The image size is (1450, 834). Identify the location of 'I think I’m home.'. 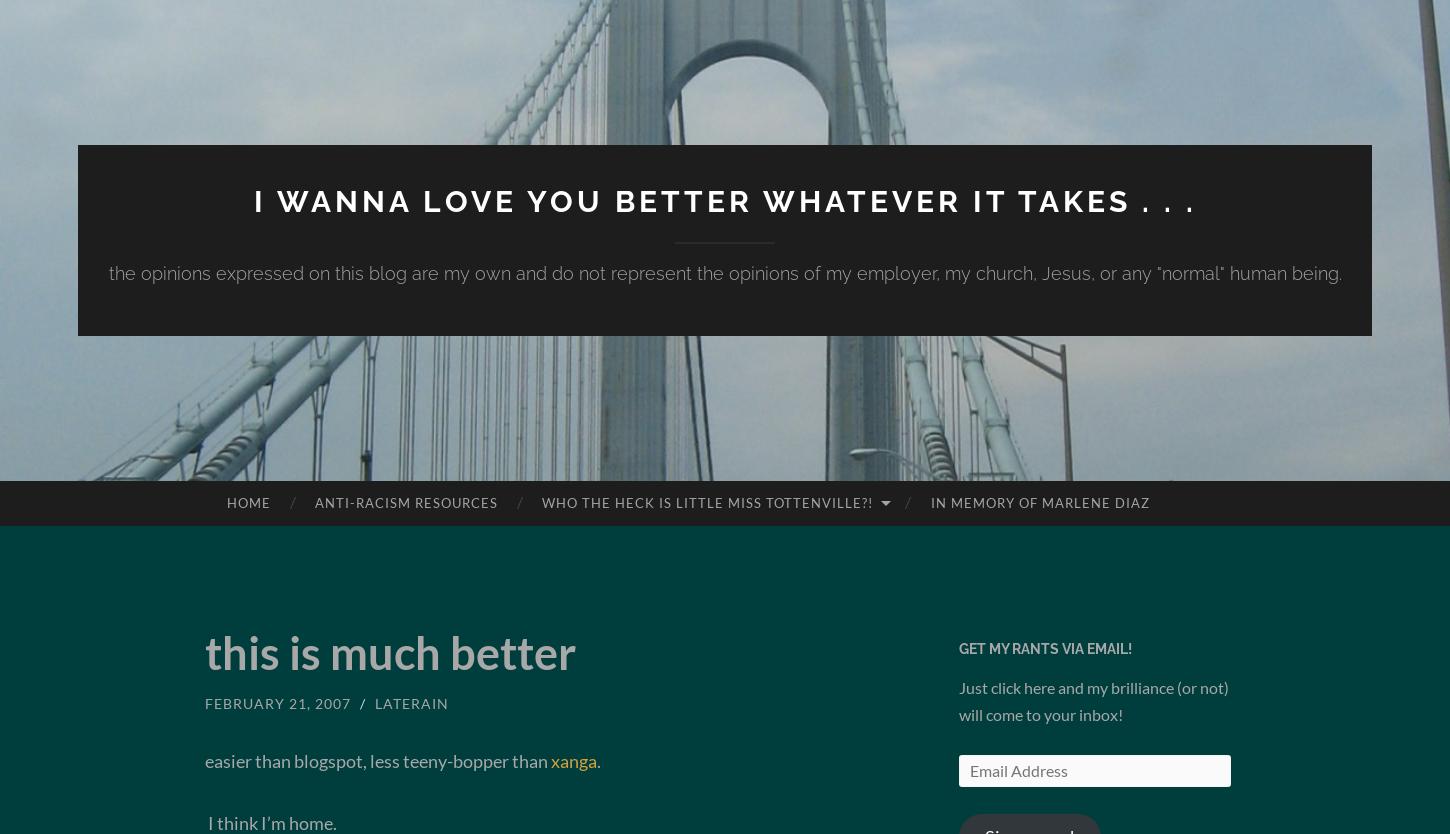
(271, 820).